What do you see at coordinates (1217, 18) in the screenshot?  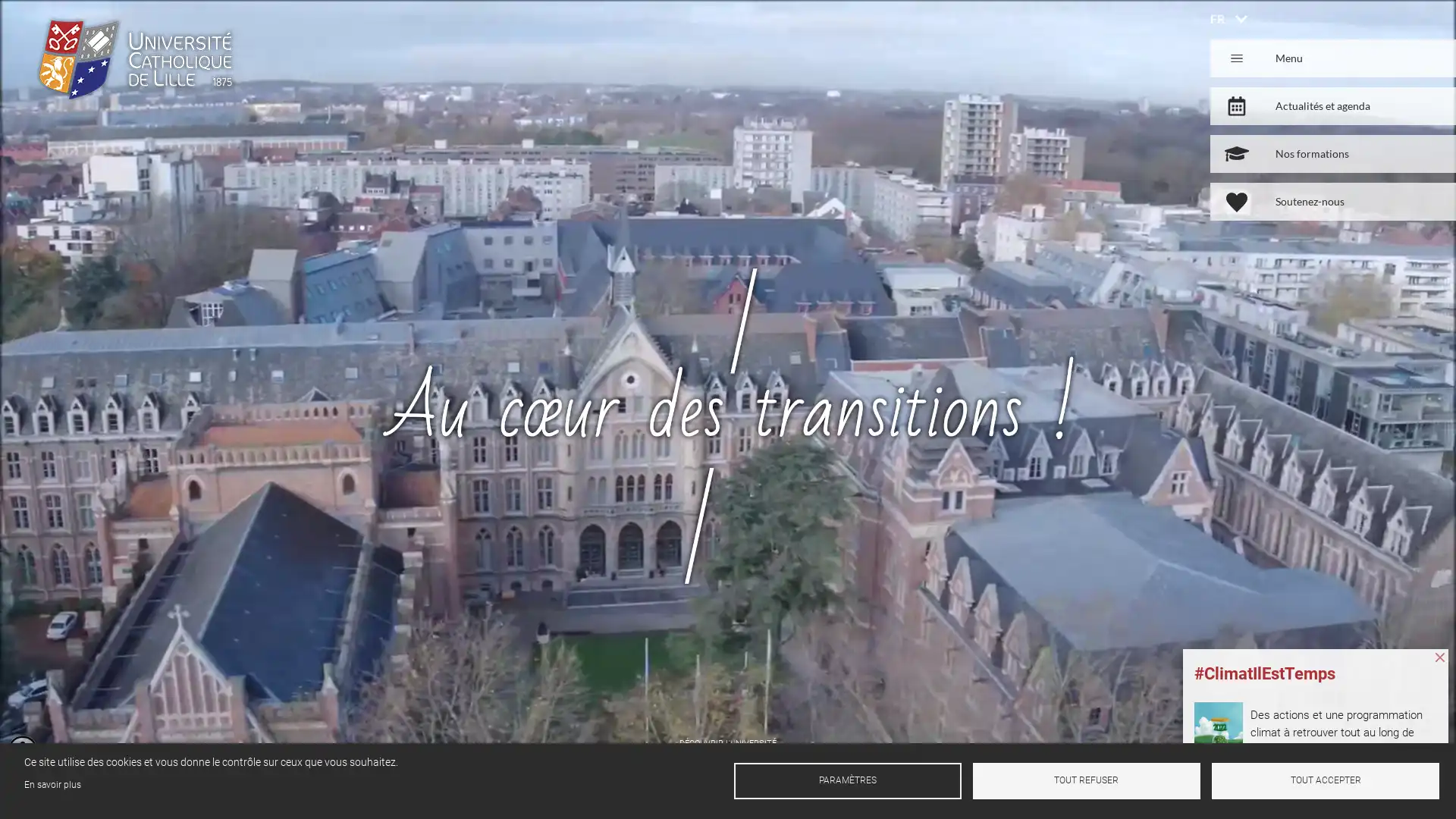 I see `FR` at bounding box center [1217, 18].